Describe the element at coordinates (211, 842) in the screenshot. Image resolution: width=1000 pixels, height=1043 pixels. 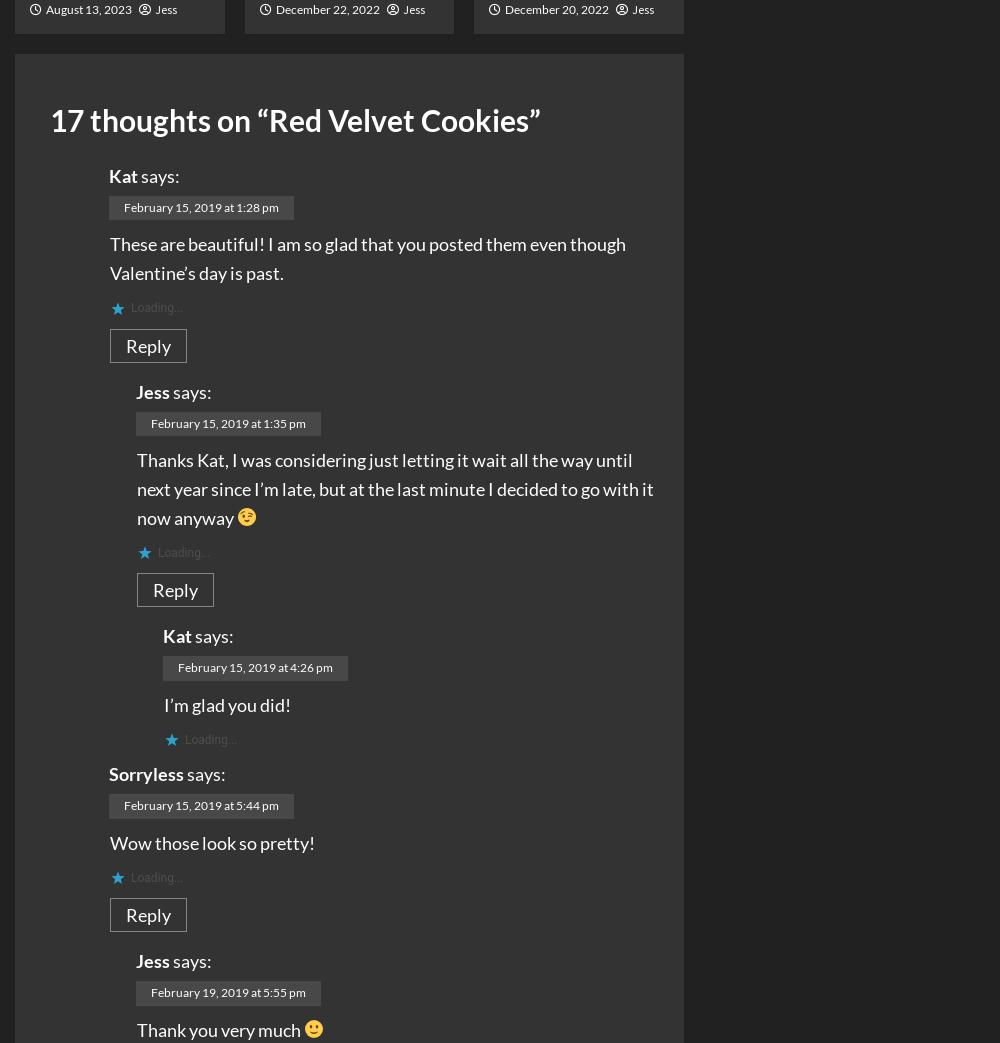
I see `'Wow those look so pretty!'` at that location.